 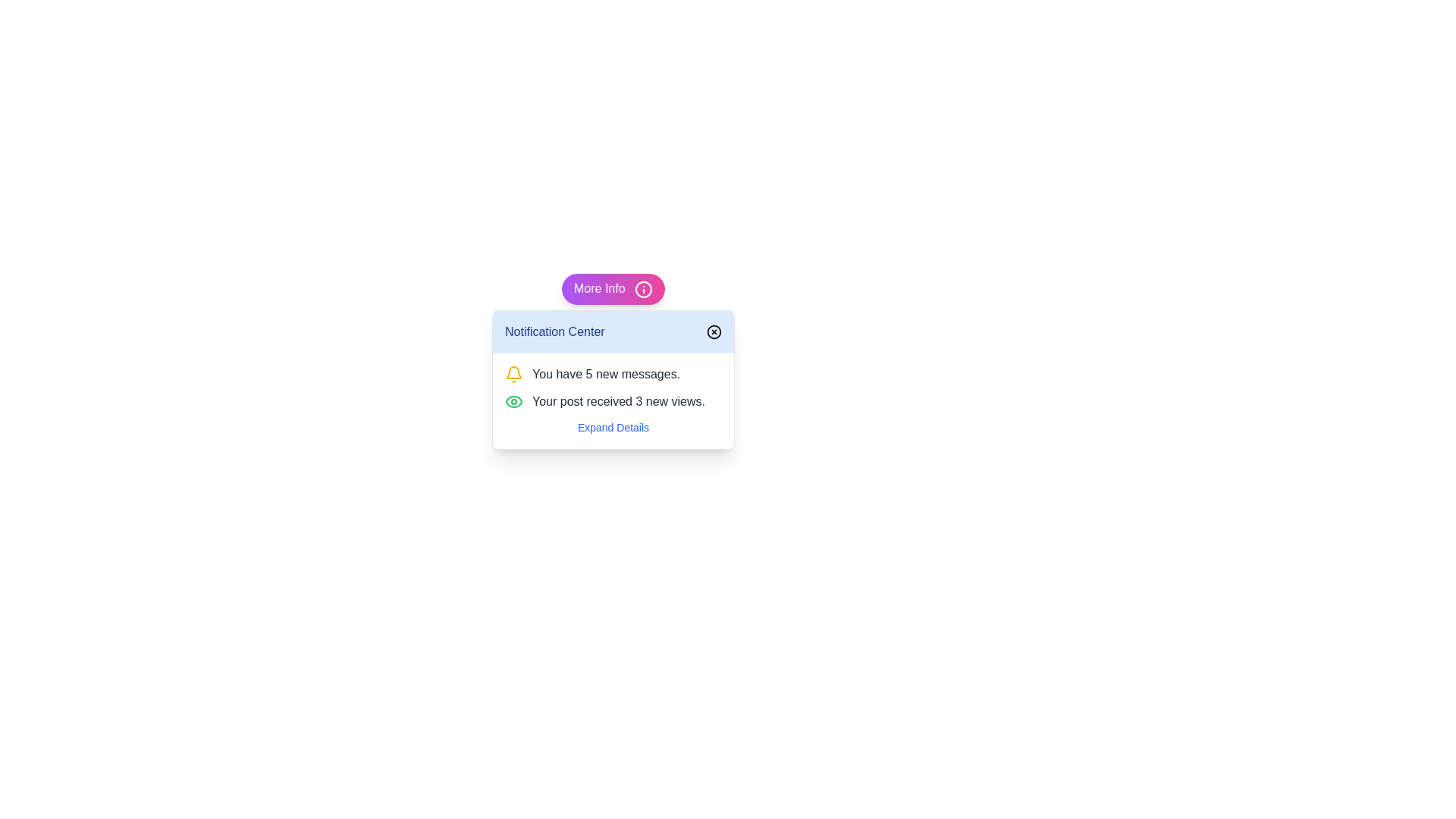 What do you see at coordinates (613, 374) in the screenshot?
I see `the Notification Row that informs the user about the number of new messages they have received, located in the upper section of a notification card` at bounding box center [613, 374].